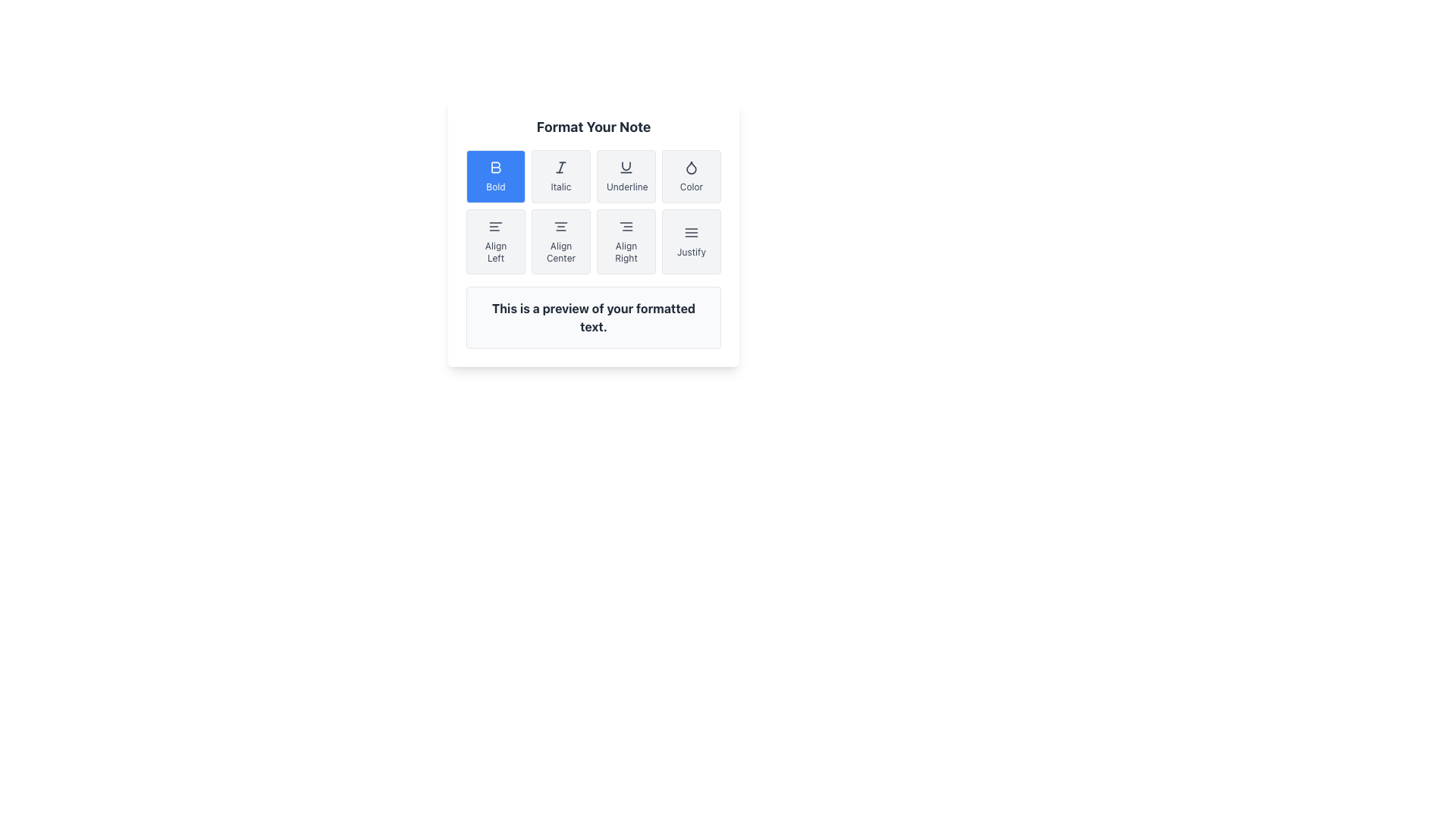 The width and height of the screenshot is (1456, 819). What do you see at coordinates (626, 175) in the screenshot?
I see `the 'Underline' button, which is a rectangular button with a light gray background and rounded edges, featuring an uppercase 'U' icon with an underline and the text 'Underline' below it` at bounding box center [626, 175].